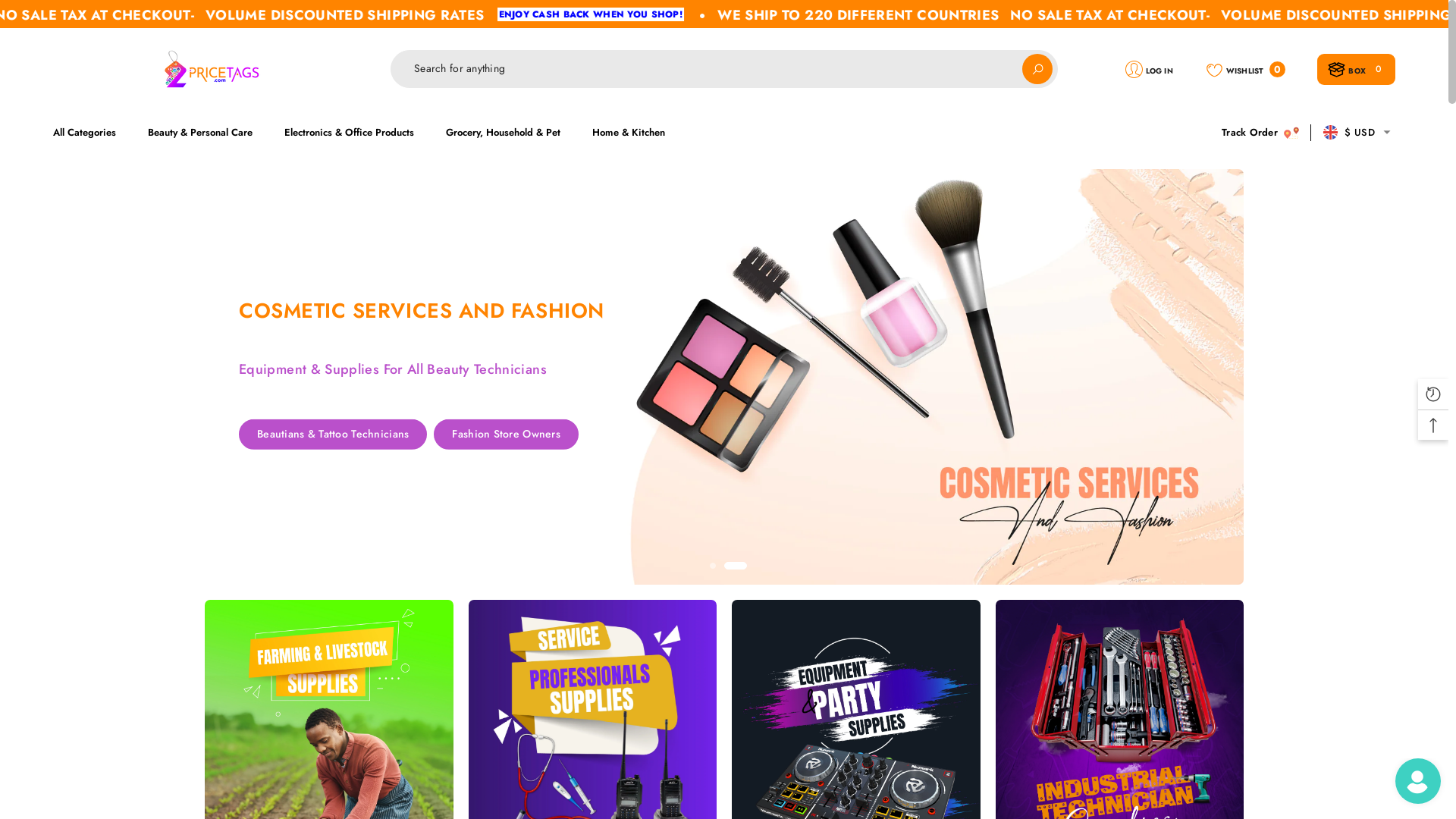  I want to click on '01', so click(712, 565).